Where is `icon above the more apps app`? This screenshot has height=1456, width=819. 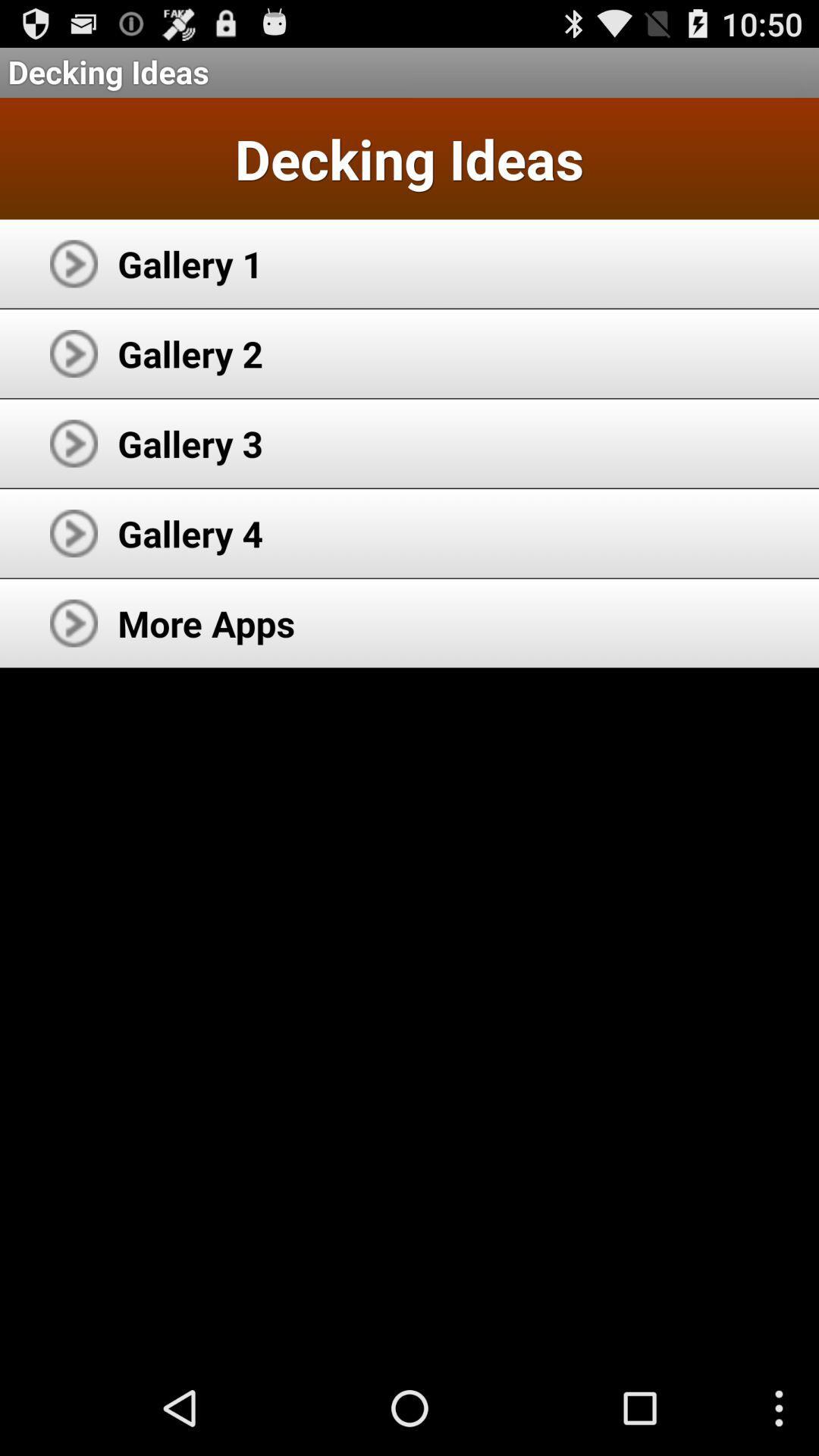
icon above the more apps app is located at coordinates (190, 533).